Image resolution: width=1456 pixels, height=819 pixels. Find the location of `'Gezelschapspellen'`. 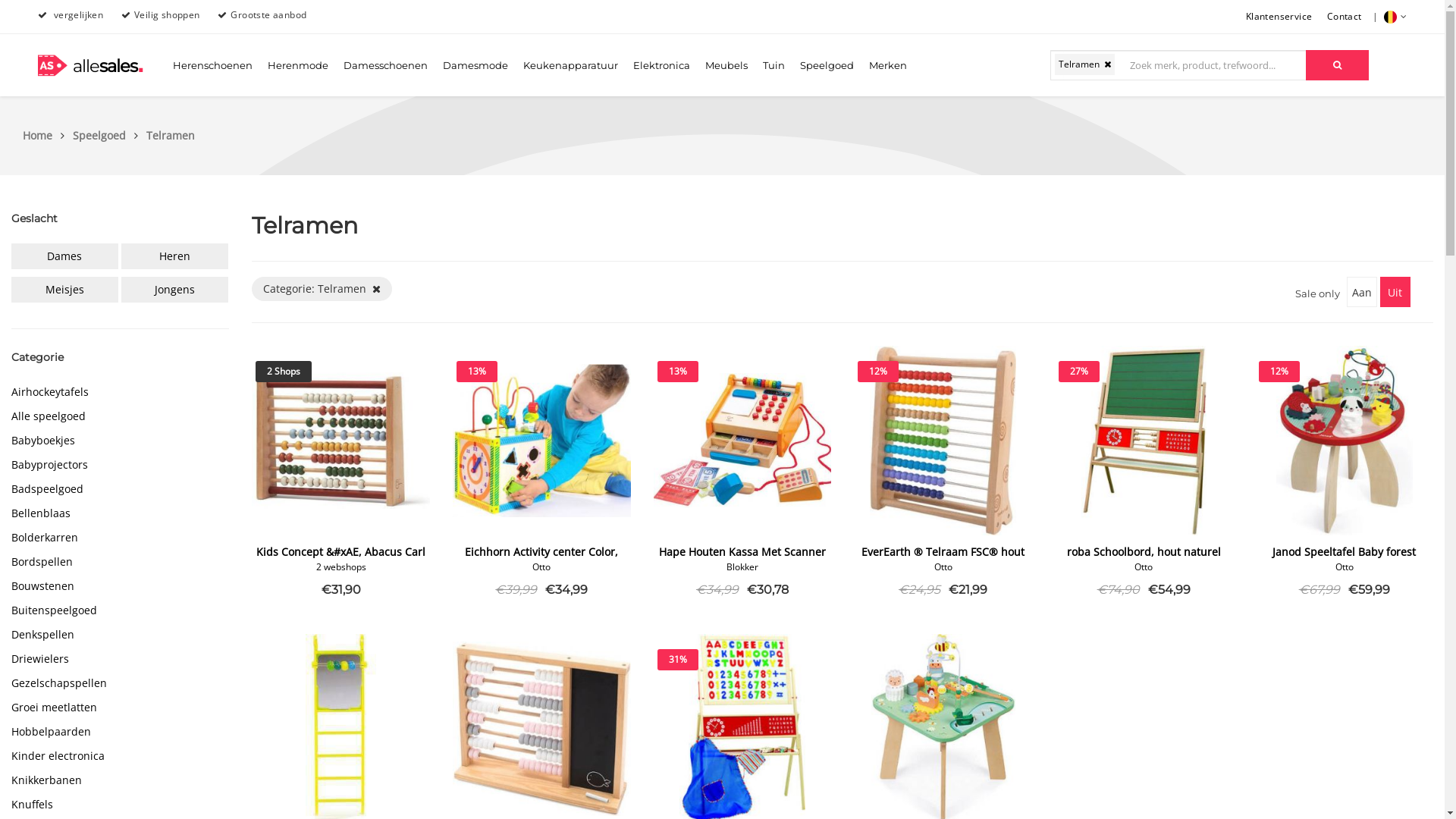

'Gezelschapspellen' is located at coordinates (119, 683).